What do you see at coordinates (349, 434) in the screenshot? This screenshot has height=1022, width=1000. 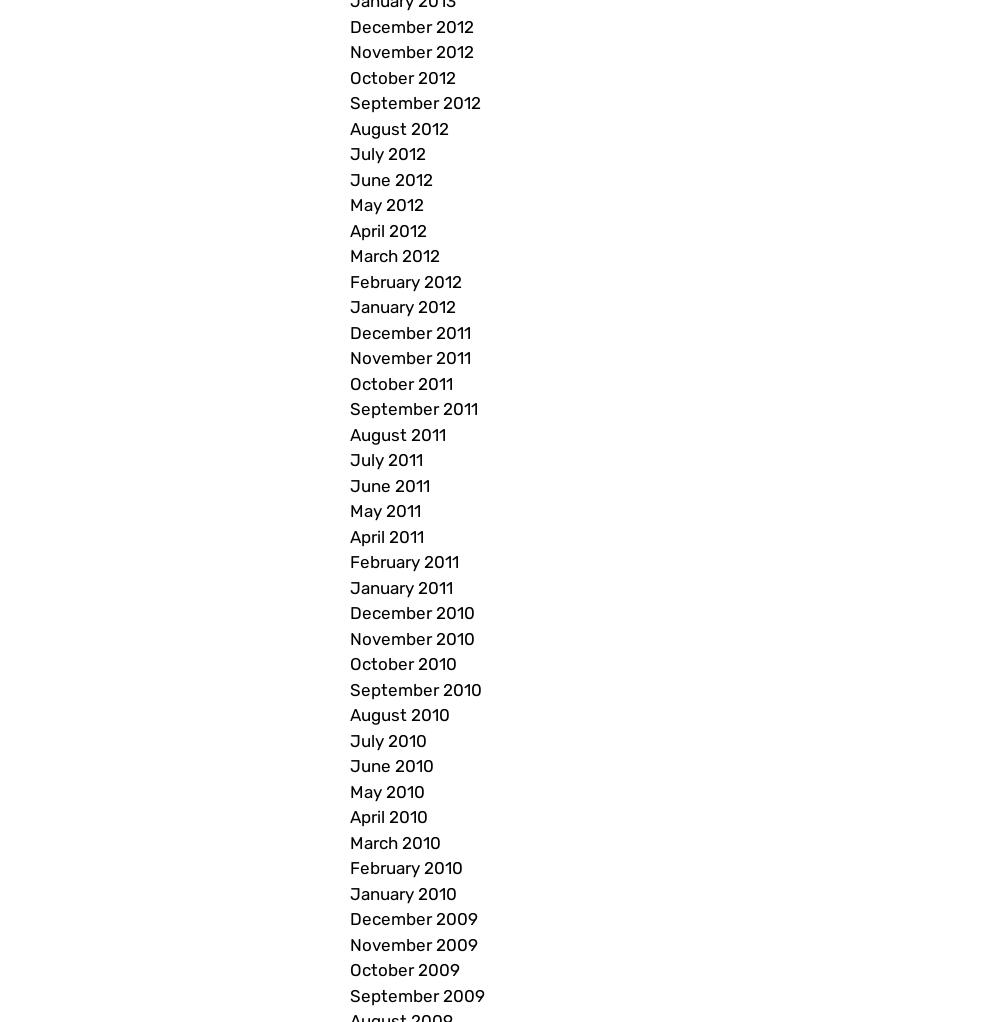 I see `'August 2011'` at bounding box center [349, 434].